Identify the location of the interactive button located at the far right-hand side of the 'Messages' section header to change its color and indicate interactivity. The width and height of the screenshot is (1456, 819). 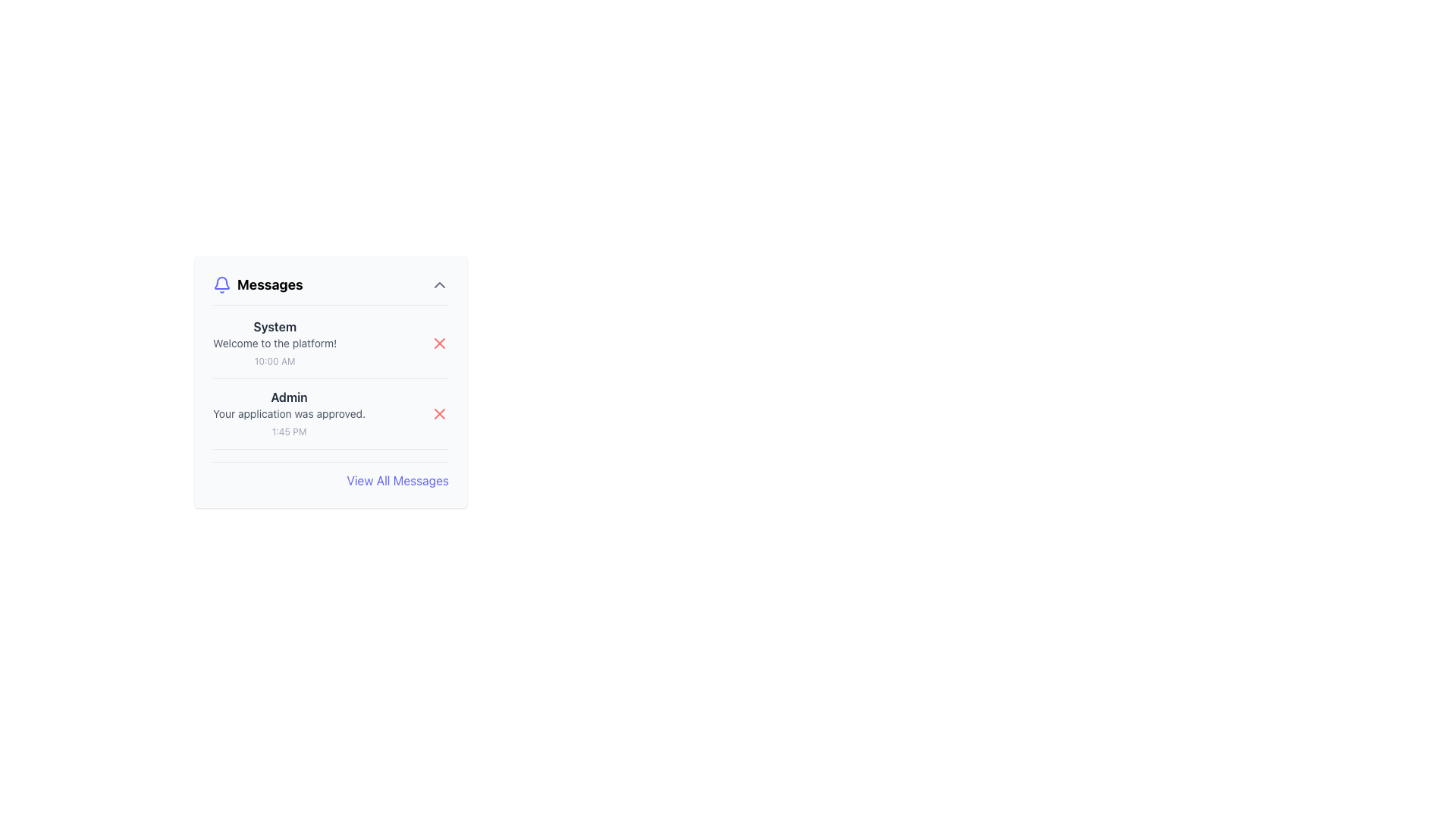
(439, 284).